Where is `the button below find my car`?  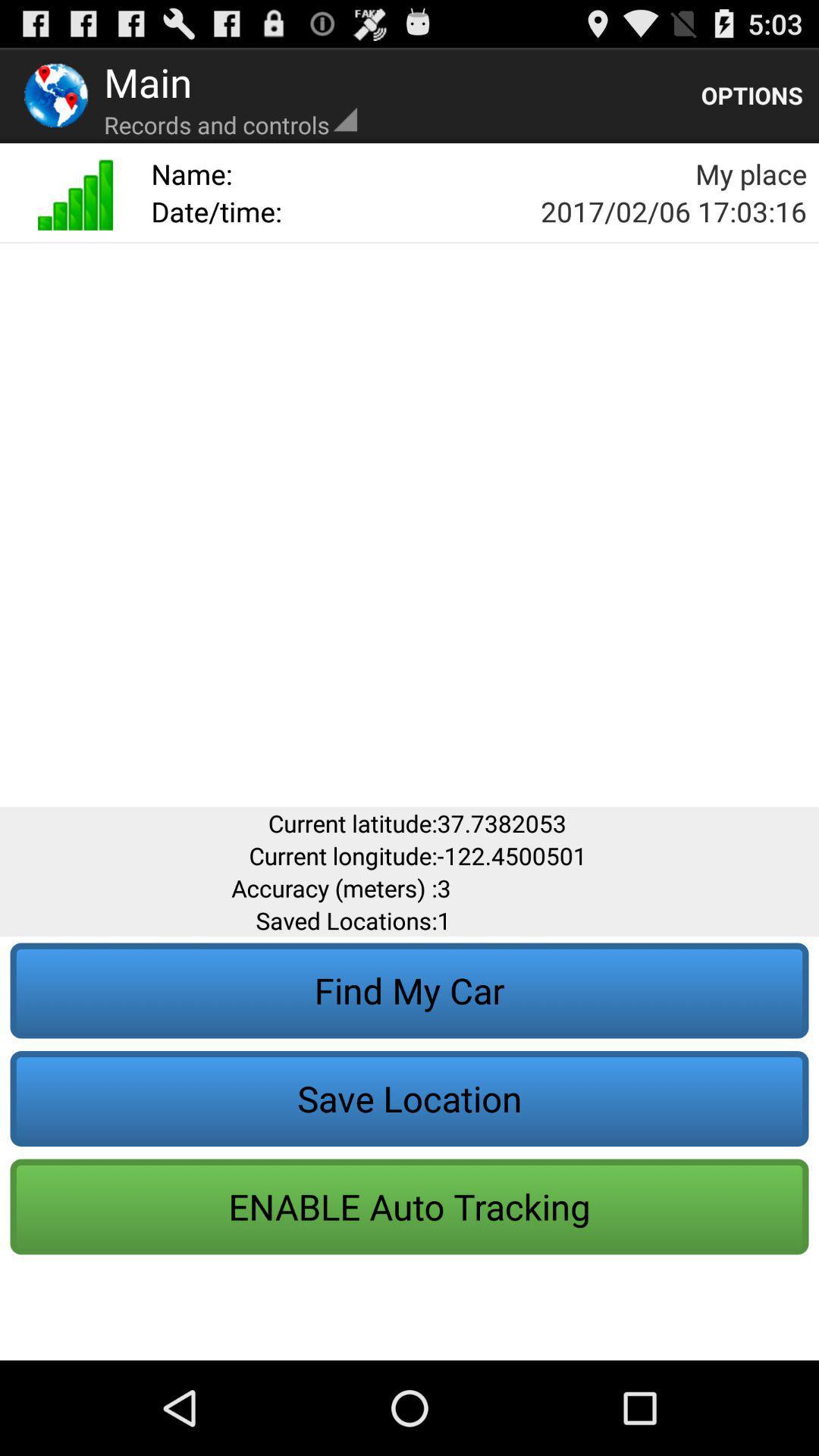 the button below find my car is located at coordinates (409, 1099).